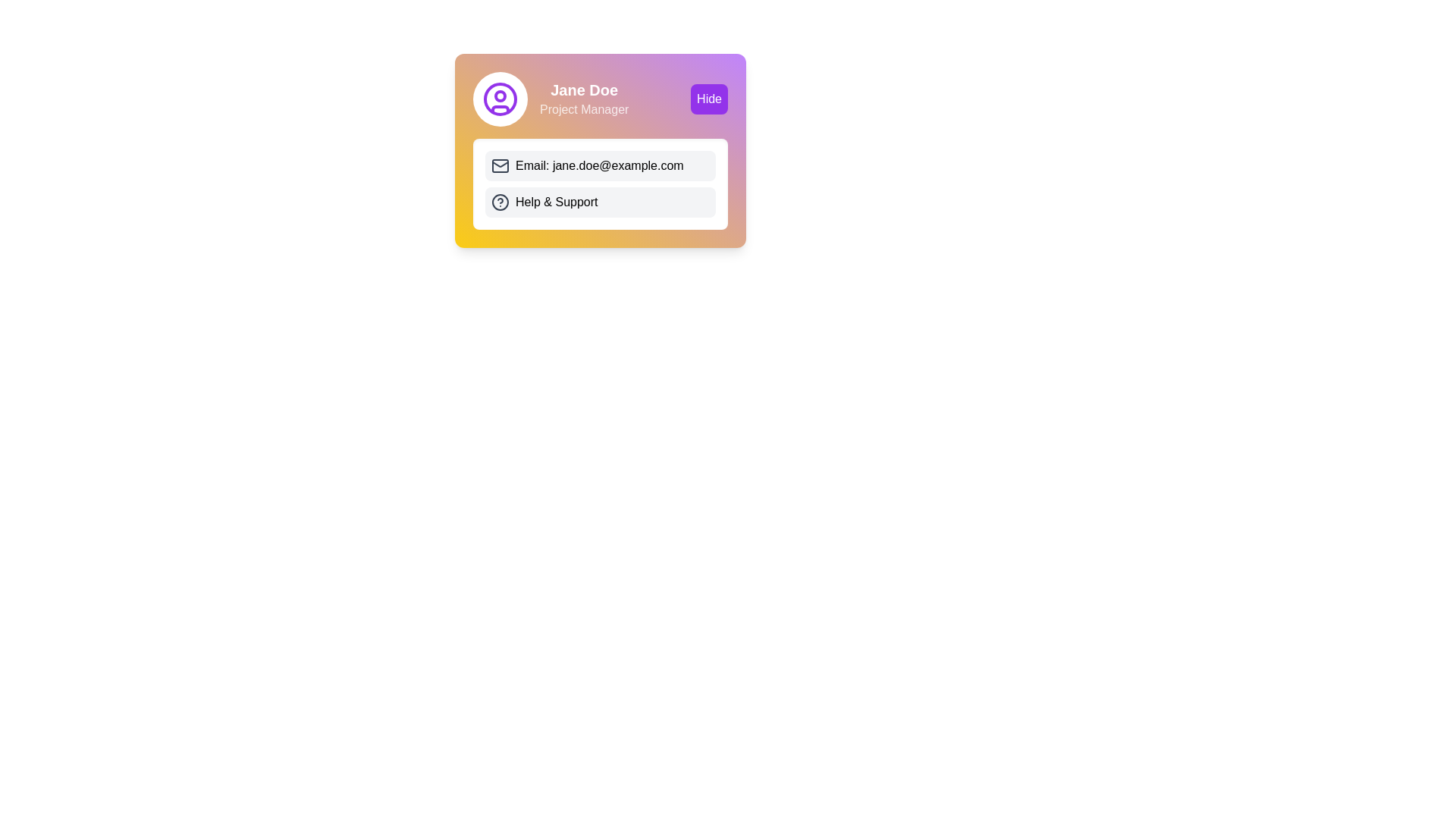 The height and width of the screenshot is (819, 1456). What do you see at coordinates (500, 96) in the screenshot?
I see `the small circle component of the user profile icon, which is located at the upper part of the icon on the left side of the card layout` at bounding box center [500, 96].